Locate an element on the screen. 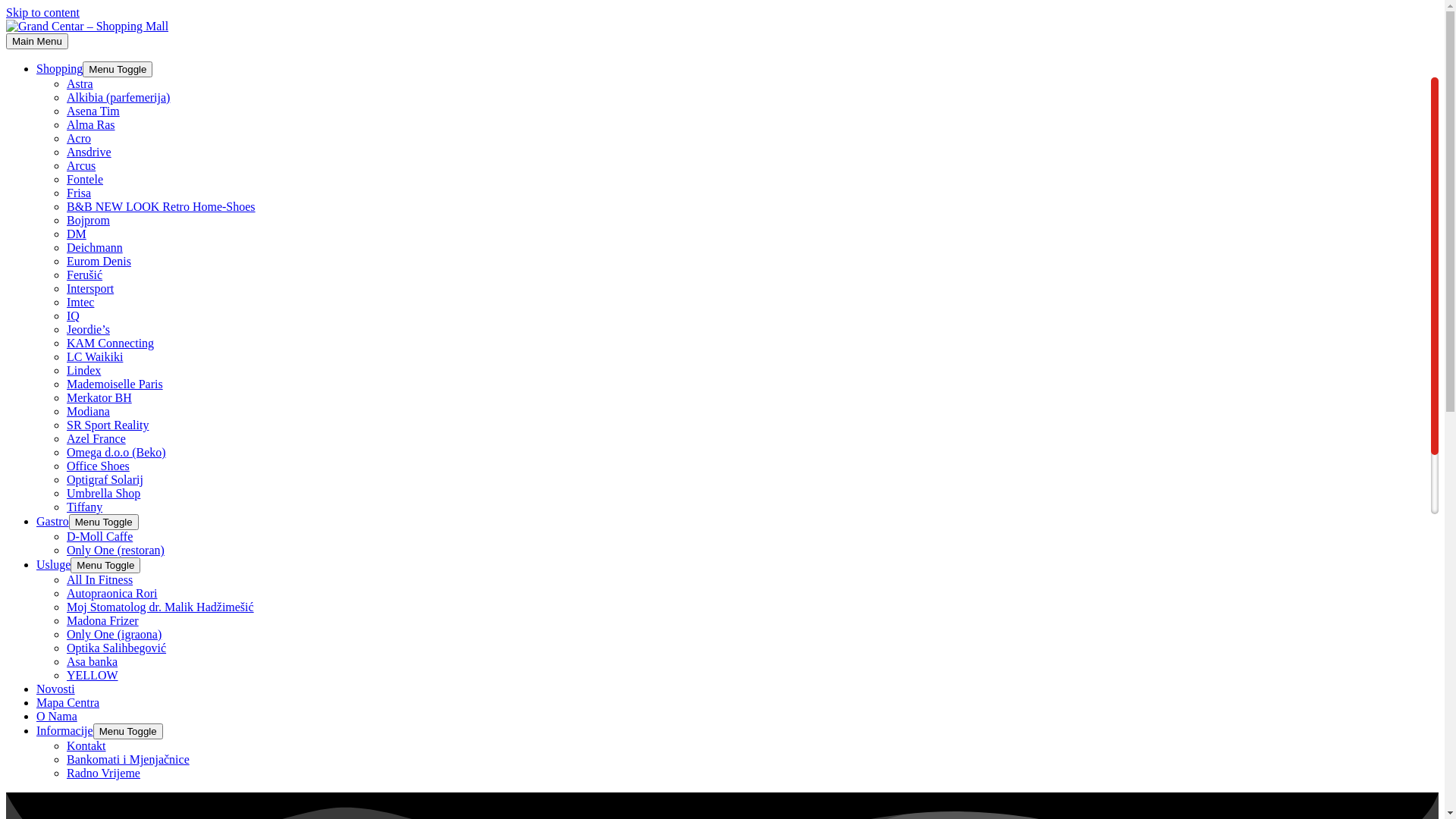 The width and height of the screenshot is (1456, 819). 'Wenice' is located at coordinates (83, 575).